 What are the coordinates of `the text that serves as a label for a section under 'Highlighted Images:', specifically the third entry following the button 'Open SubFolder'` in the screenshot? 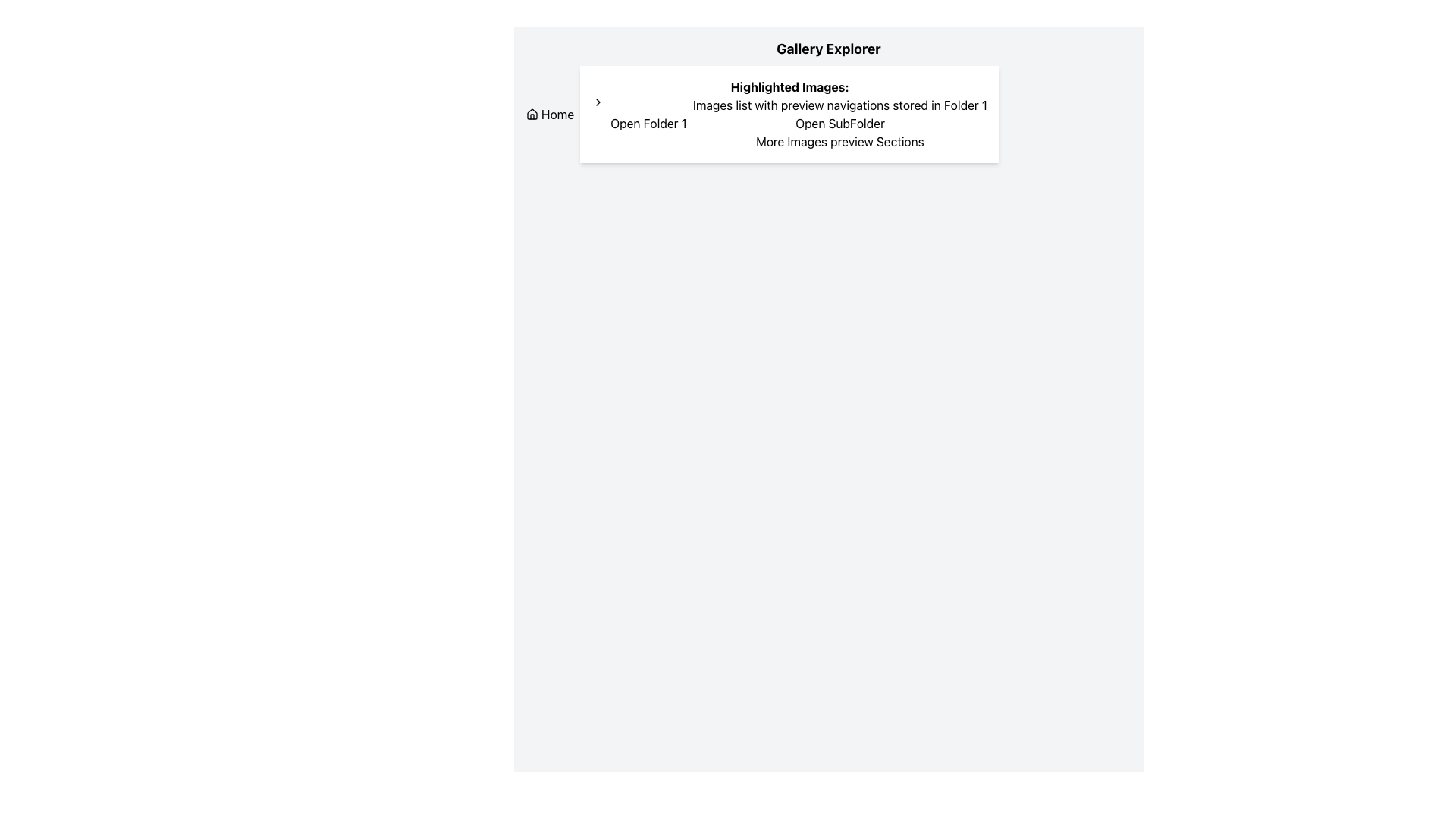 It's located at (839, 141).